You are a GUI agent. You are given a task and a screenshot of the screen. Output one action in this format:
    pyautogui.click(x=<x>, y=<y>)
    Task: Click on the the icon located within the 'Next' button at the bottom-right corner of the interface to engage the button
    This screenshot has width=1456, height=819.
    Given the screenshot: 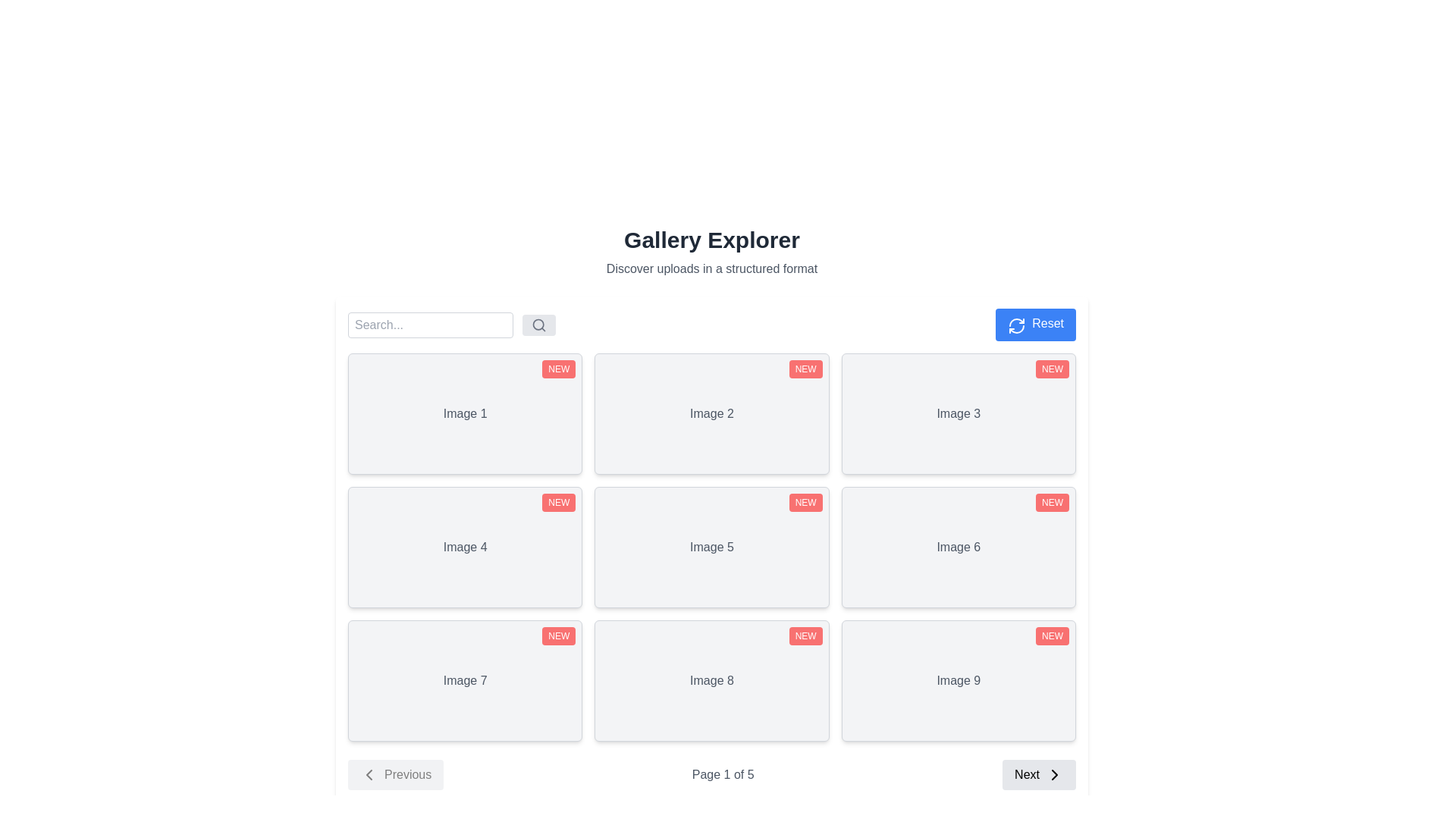 What is the action you would take?
    pyautogui.click(x=1054, y=775)
    